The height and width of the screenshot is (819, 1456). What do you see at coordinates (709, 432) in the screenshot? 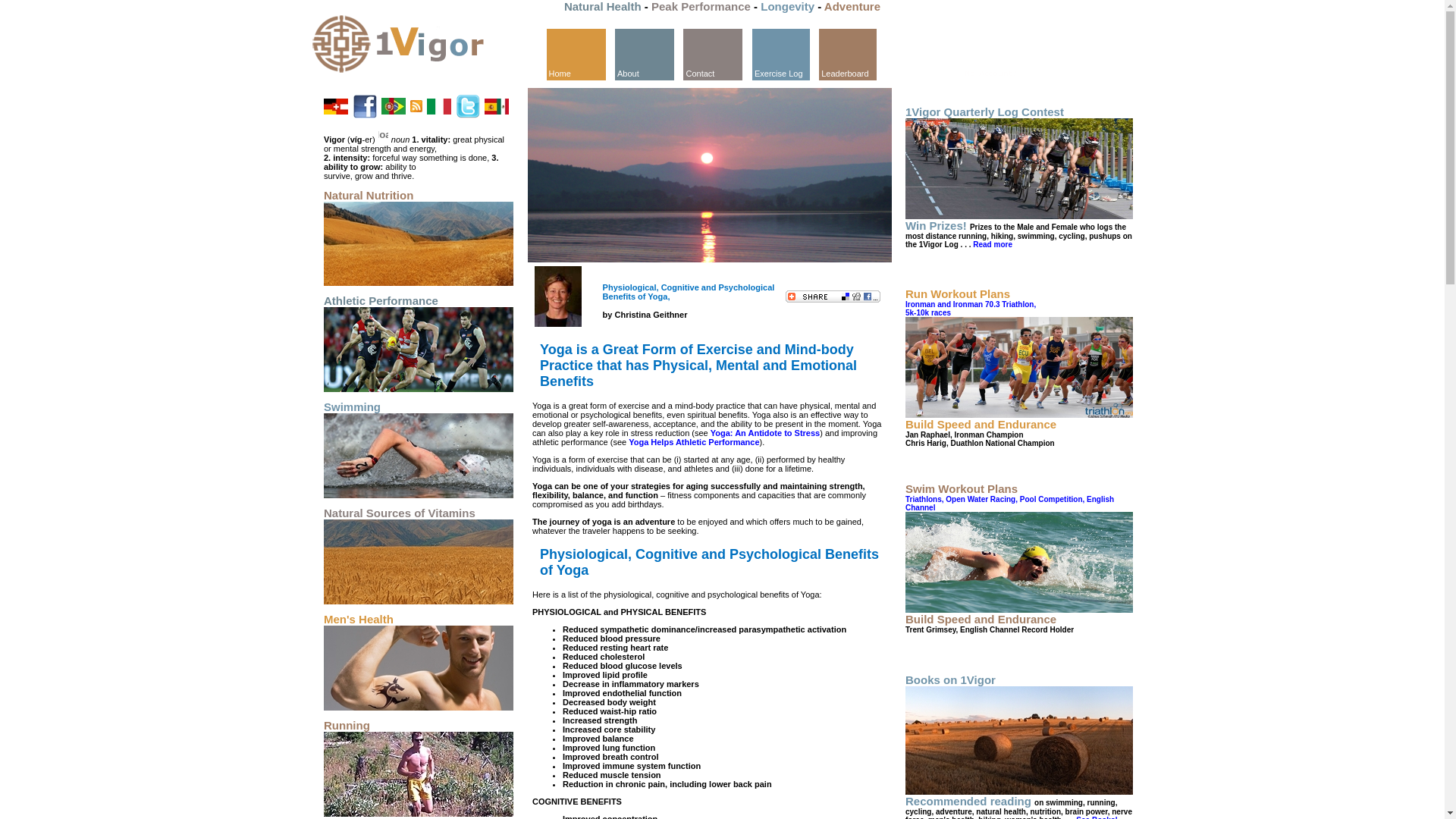
I see `'Yoga: An Antidote to Stress'` at bounding box center [709, 432].